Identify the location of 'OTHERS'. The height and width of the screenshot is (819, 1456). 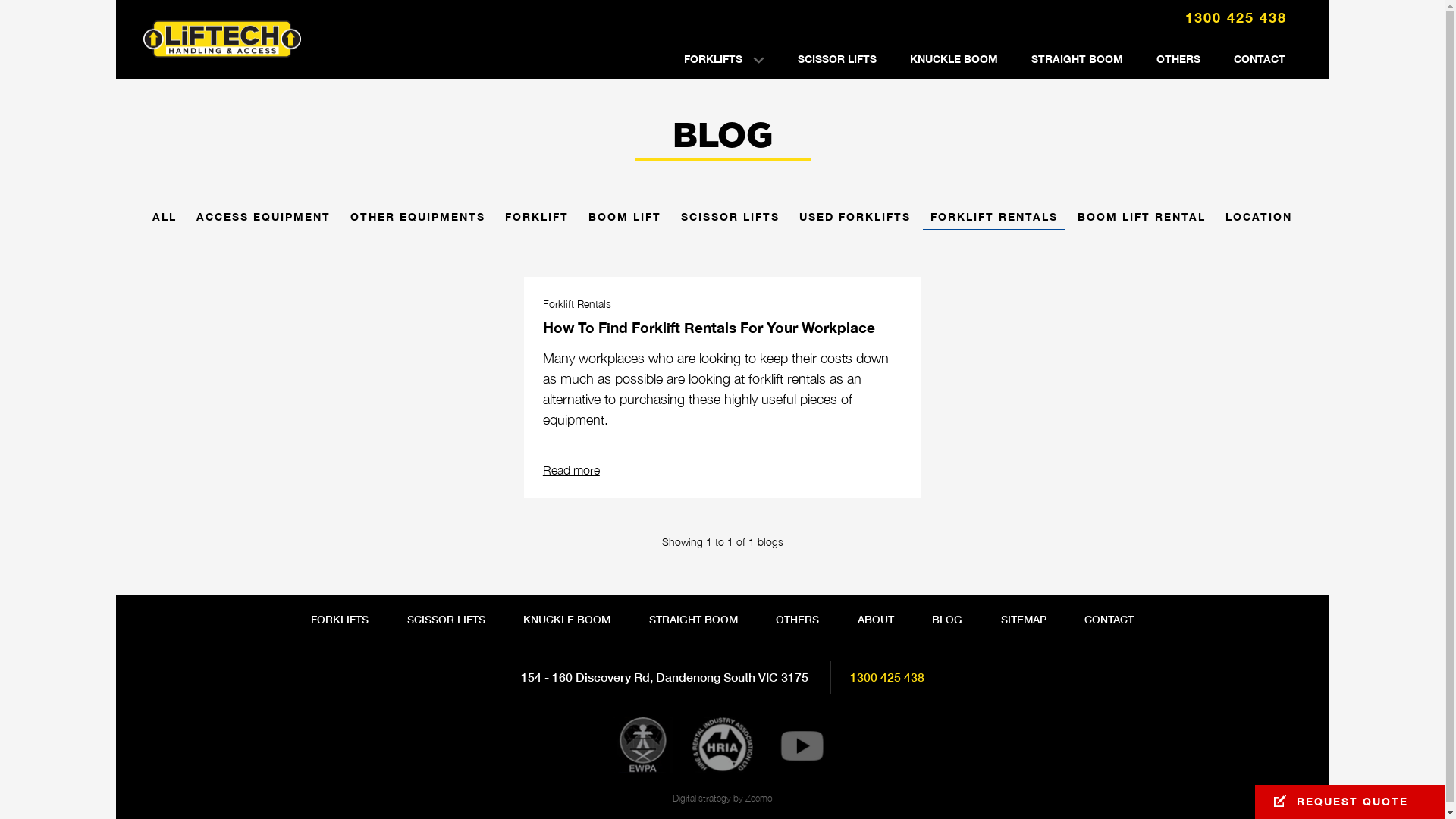
(1177, 58).